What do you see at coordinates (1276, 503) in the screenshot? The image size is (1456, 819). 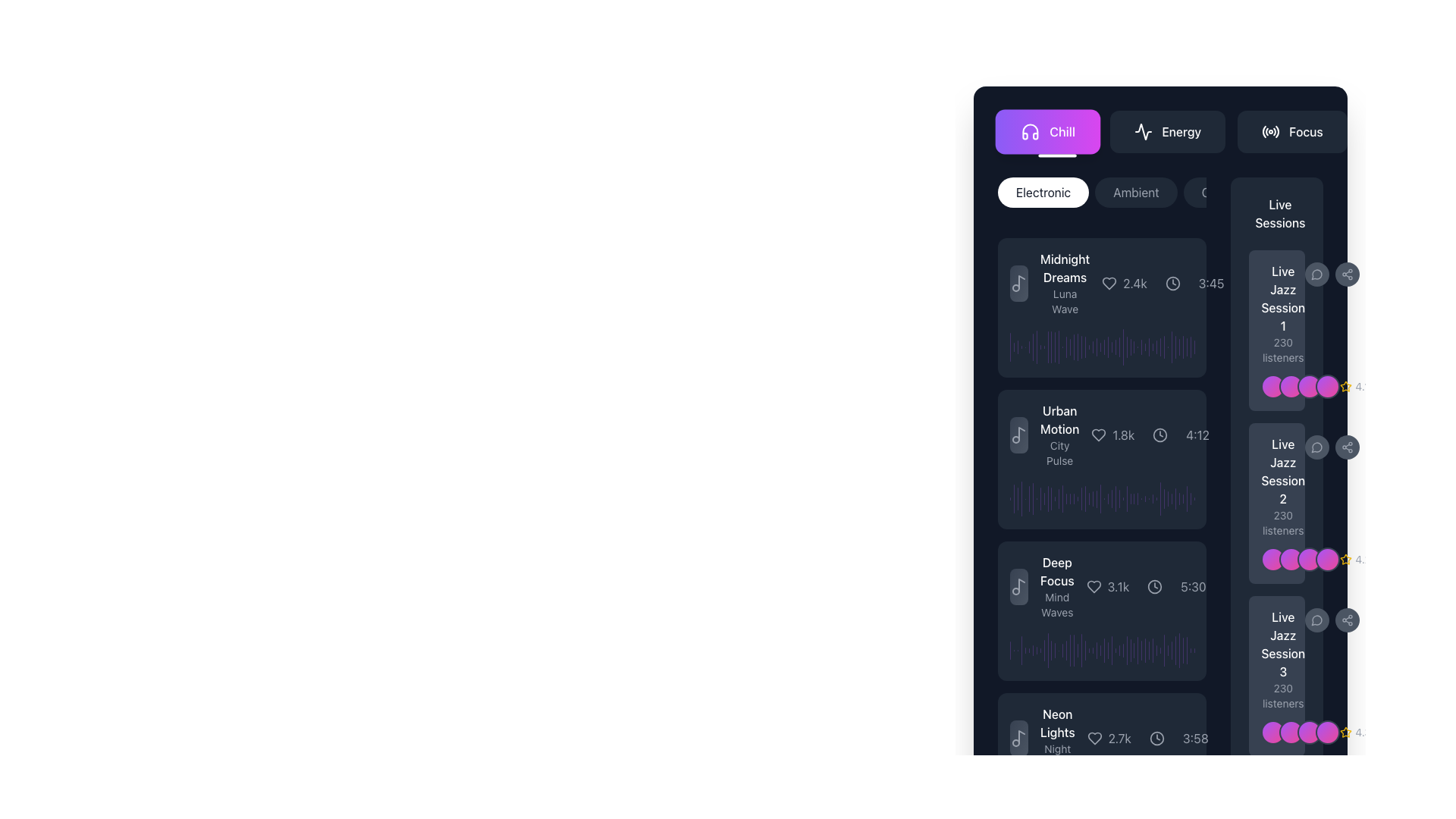 I see `the second live jazz session listing` at bounding box center [1276, 503].